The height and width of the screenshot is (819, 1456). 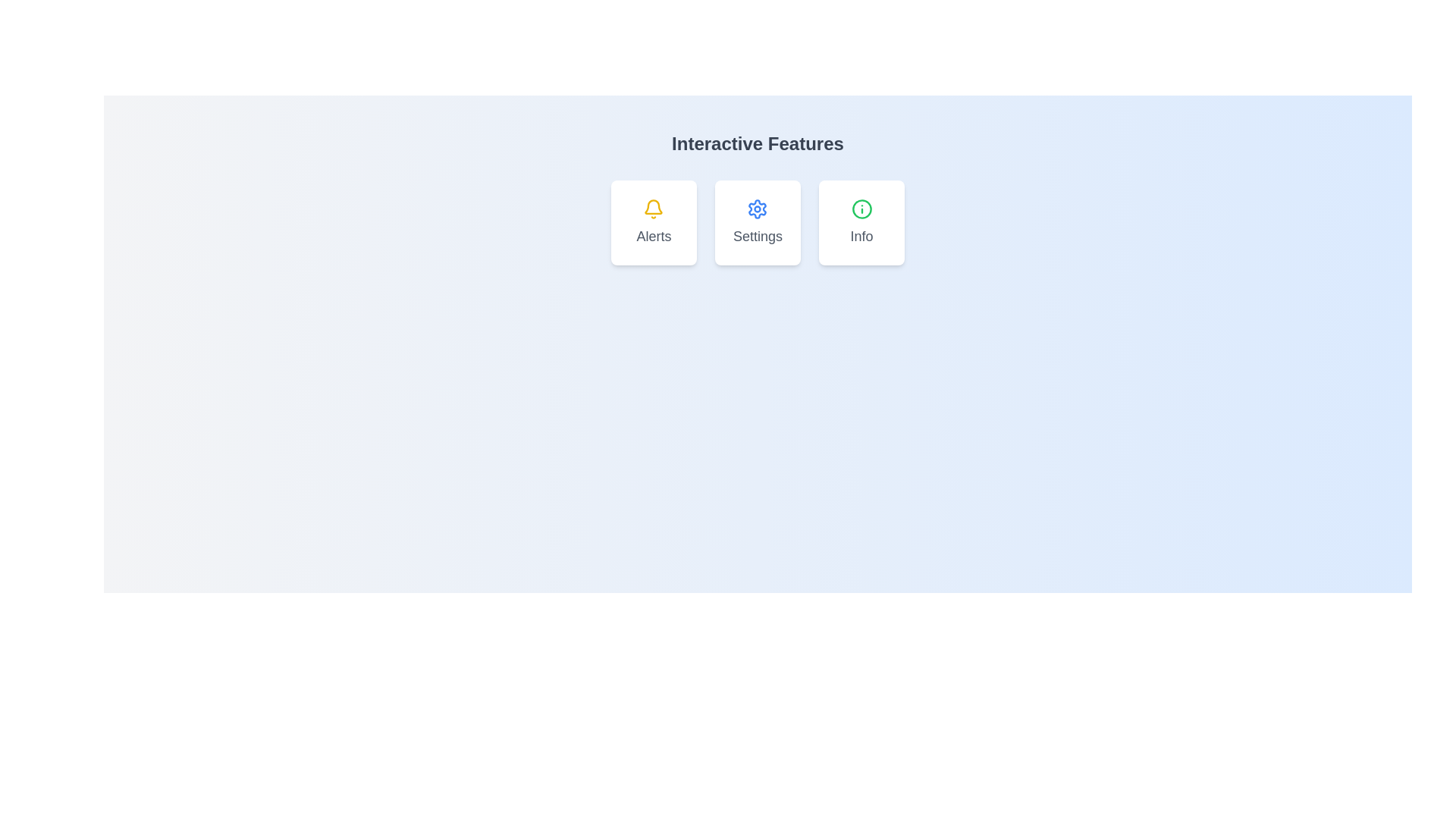 What do you see at coordinates (861, 222) in the screenshot?
I see `the Information Card, which is the third card in a horizontal row of three, located to the right of the 'Alerts' and 'Settings' cards` at bounding box center [861, 222].